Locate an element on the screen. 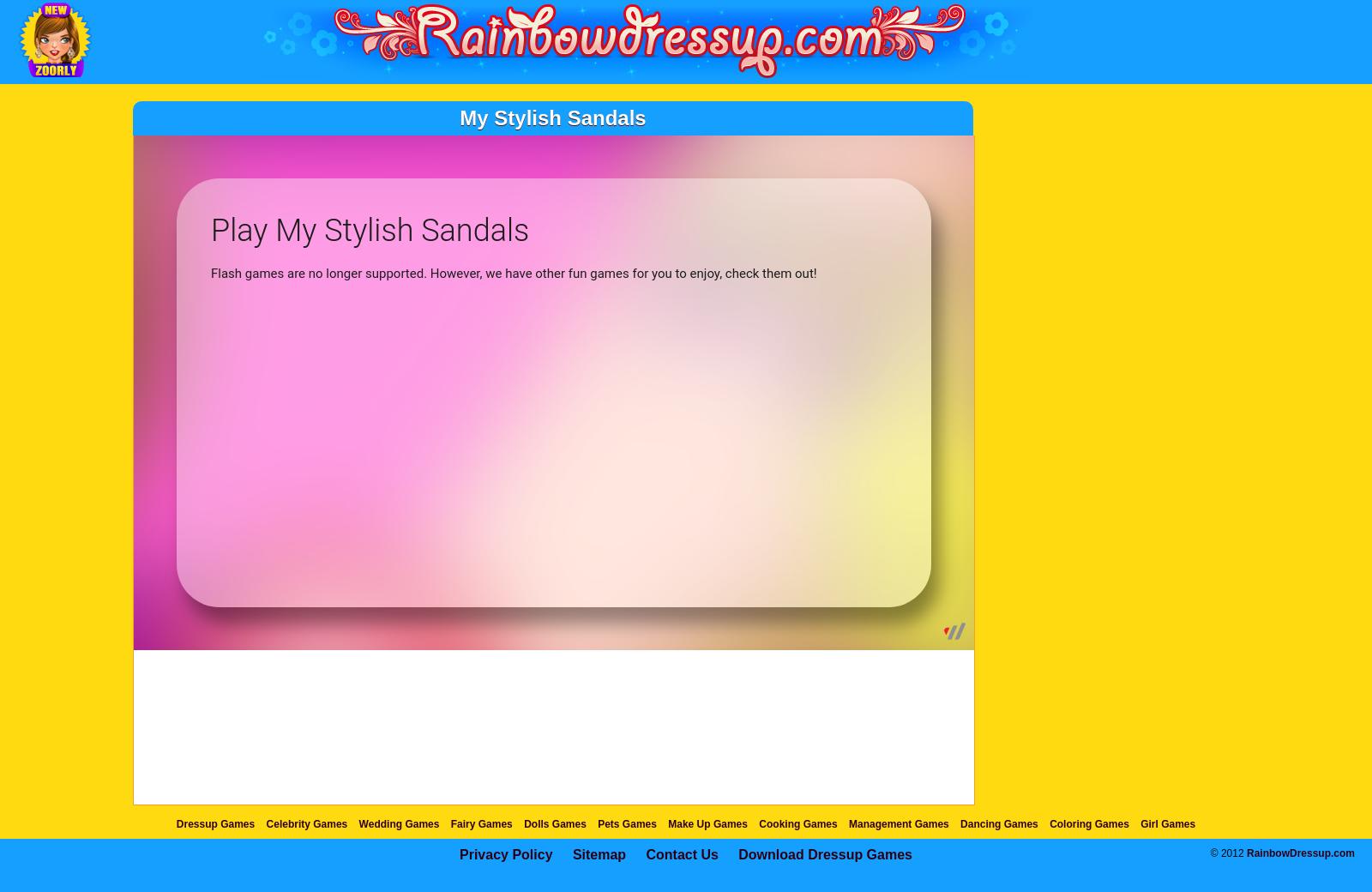 Image resolution: width=1372 pixels, height=892 pixels. 'Dancing Games' is located at coordinates (998, 823).